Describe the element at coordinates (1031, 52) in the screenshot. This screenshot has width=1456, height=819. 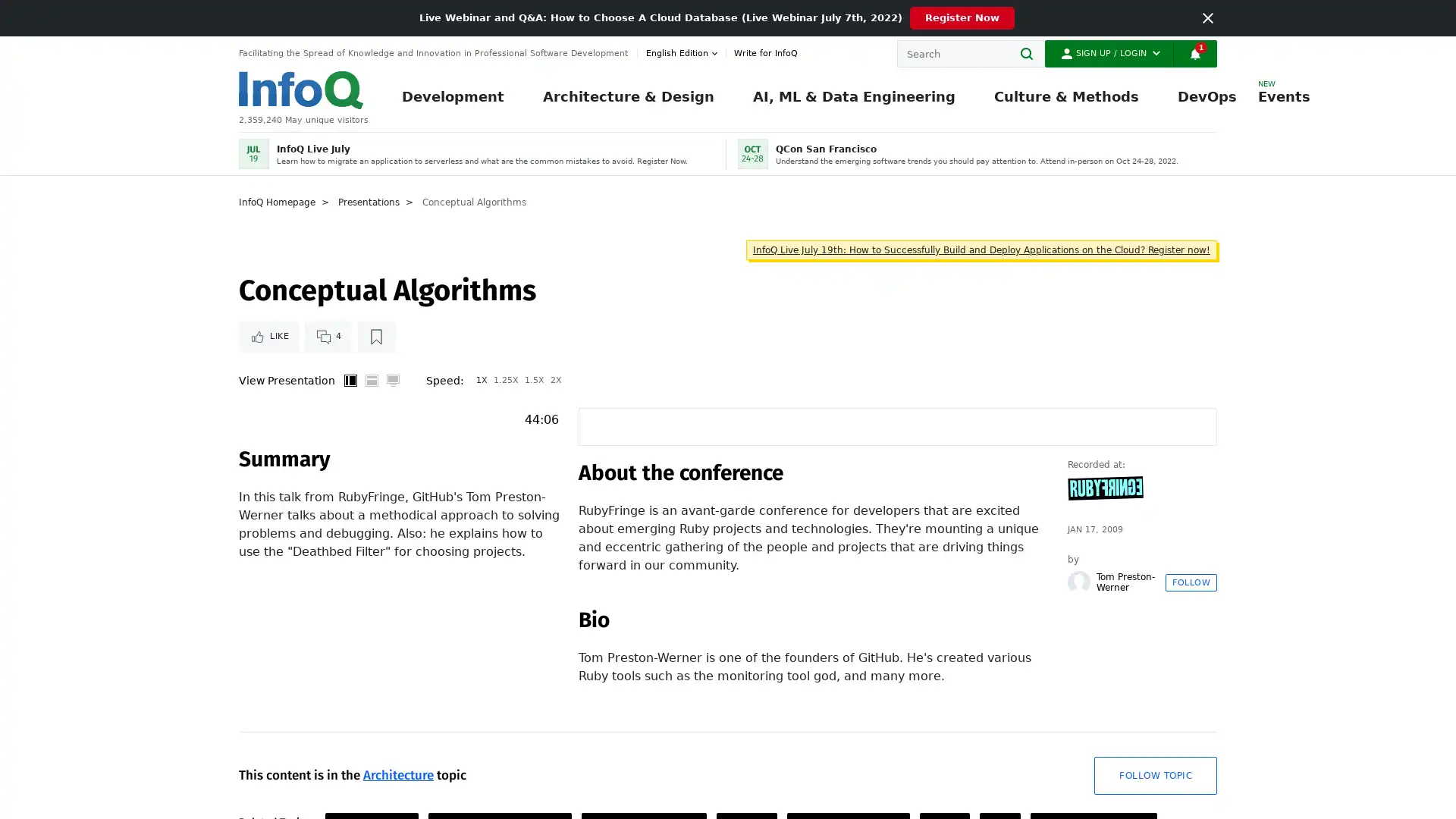
I see `Search` at that location.